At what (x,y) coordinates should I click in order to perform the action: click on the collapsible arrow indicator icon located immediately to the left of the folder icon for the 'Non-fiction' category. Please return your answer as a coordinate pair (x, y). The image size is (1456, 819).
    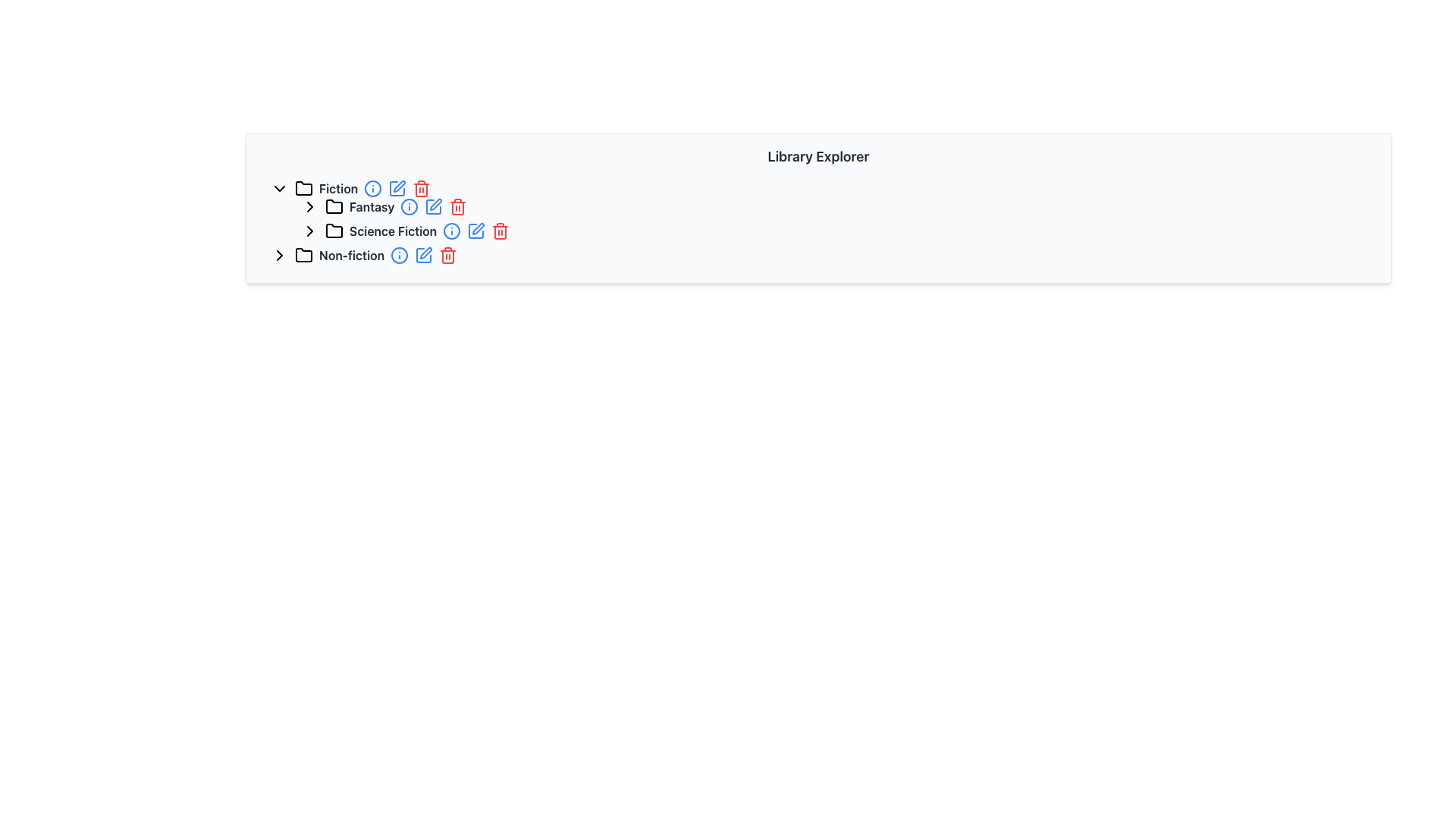
    Looking at the image, I should click on (280, 254).